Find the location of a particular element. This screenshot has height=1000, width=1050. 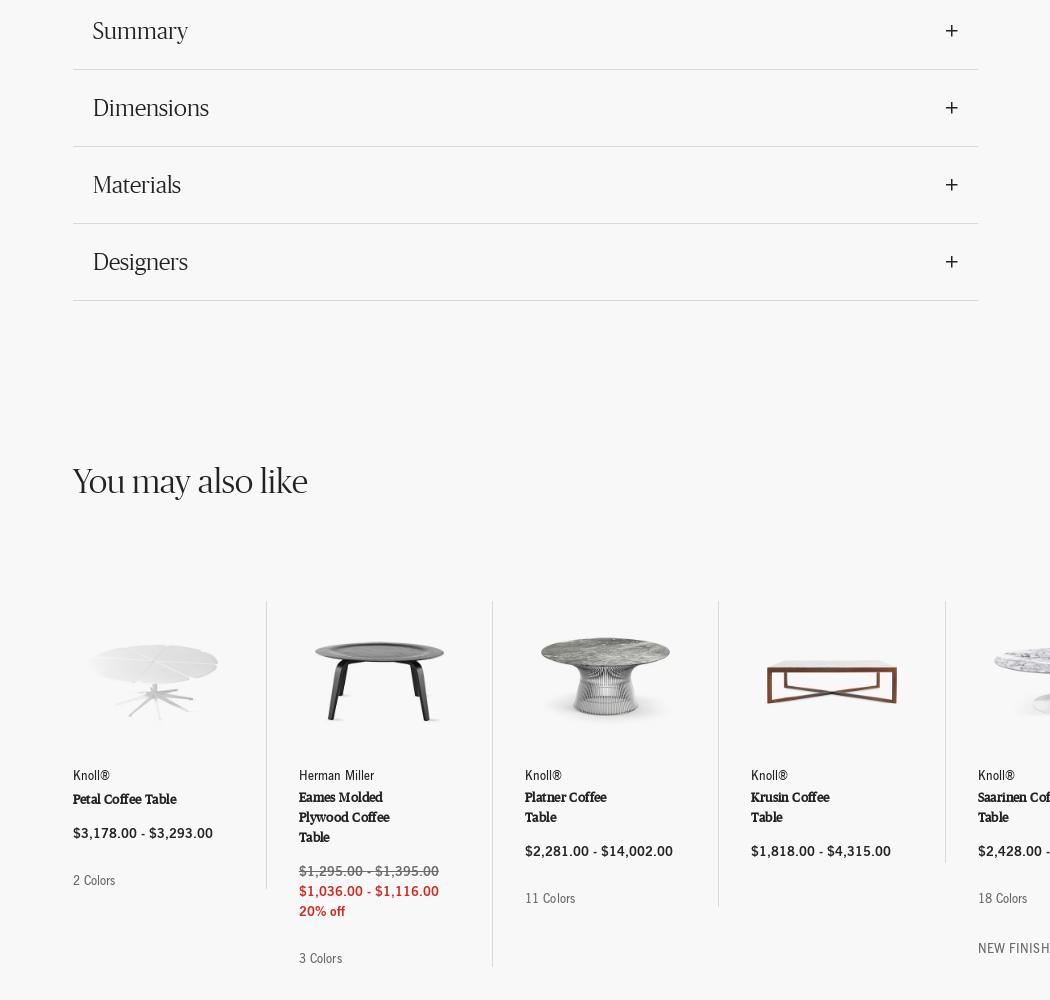

'Summary' is located at coordinates (138, 30).